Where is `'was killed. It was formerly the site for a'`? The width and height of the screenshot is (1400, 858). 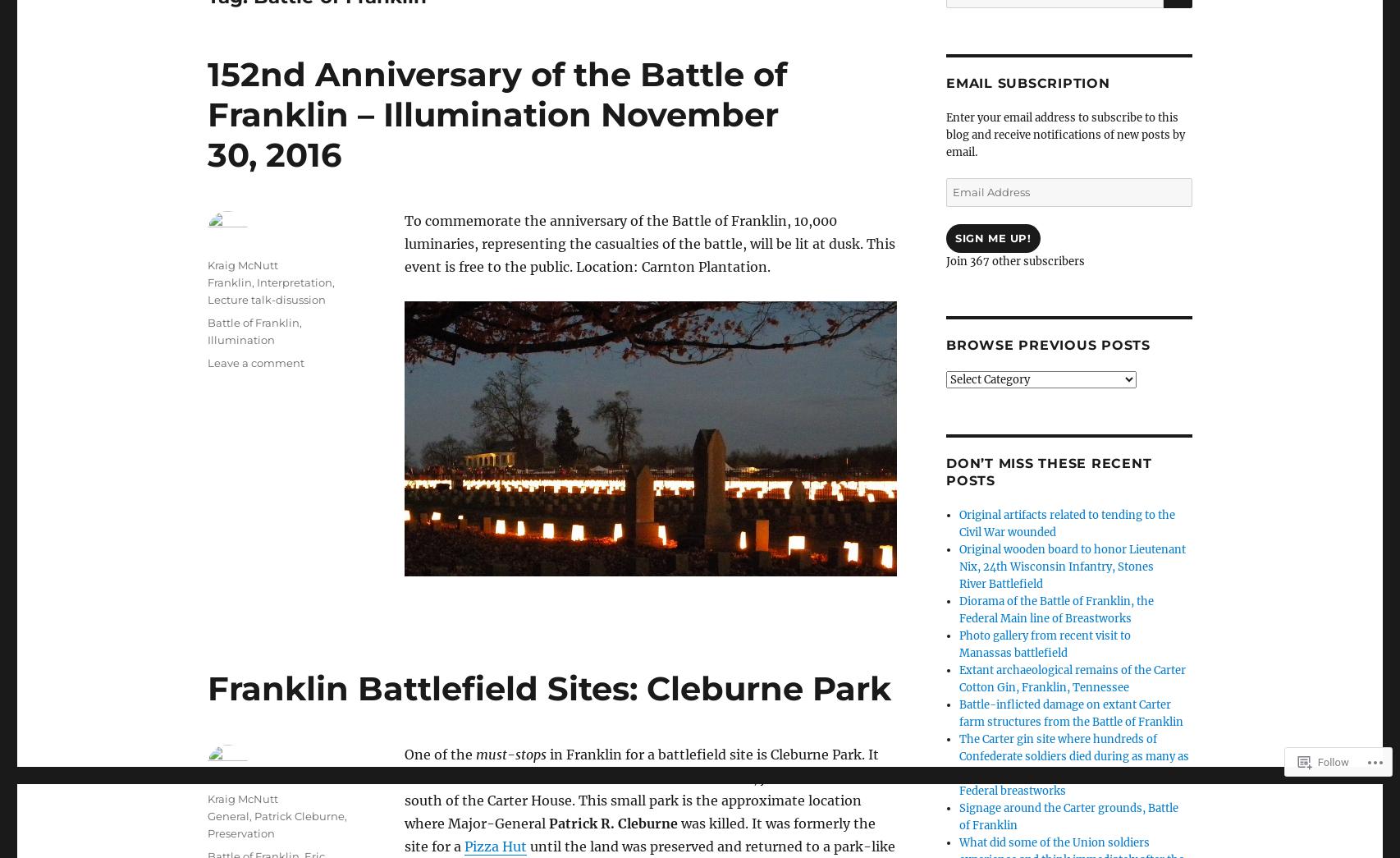
'was killed. It was formerly the site for a' is located at coordinates (404, 833).